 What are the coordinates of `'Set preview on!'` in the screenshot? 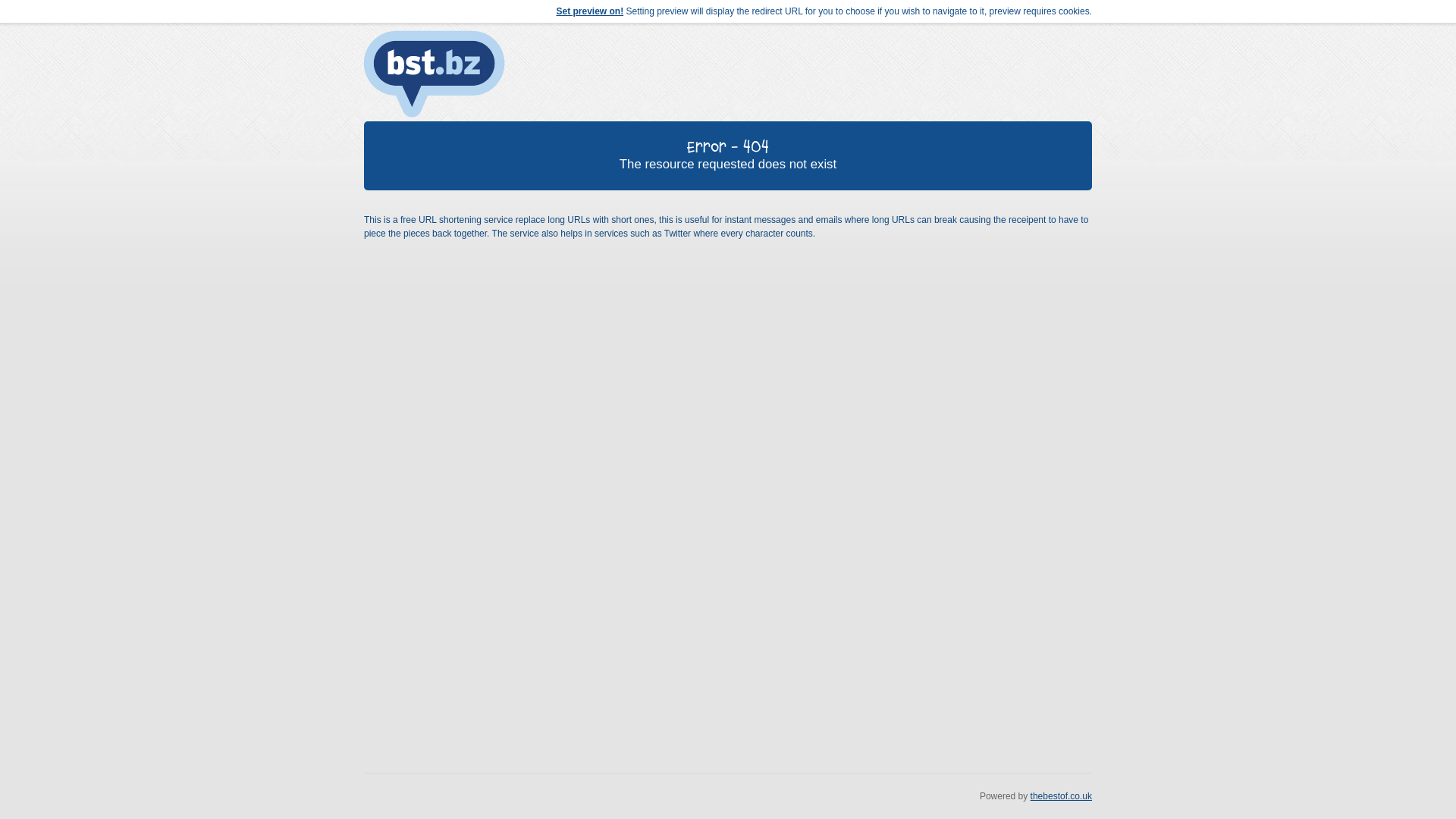 It's located at (588, 11).